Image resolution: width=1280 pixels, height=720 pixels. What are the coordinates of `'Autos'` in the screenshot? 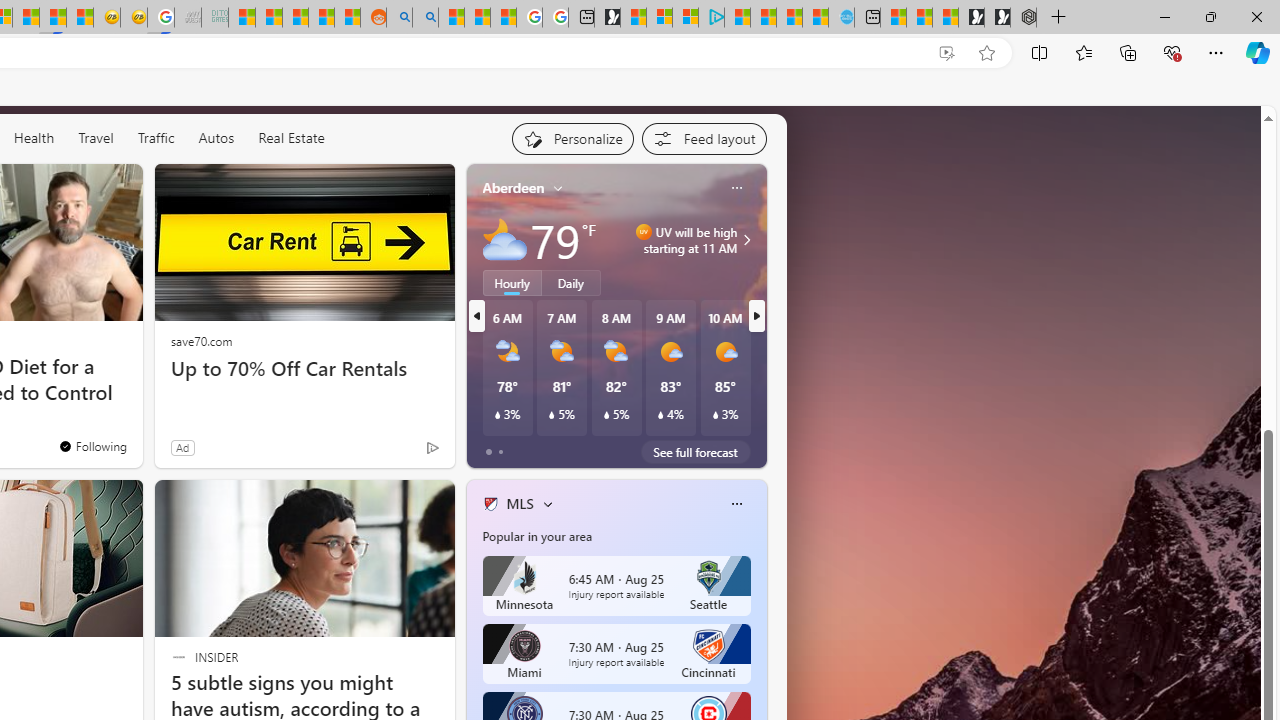 It's located at (216, 136).